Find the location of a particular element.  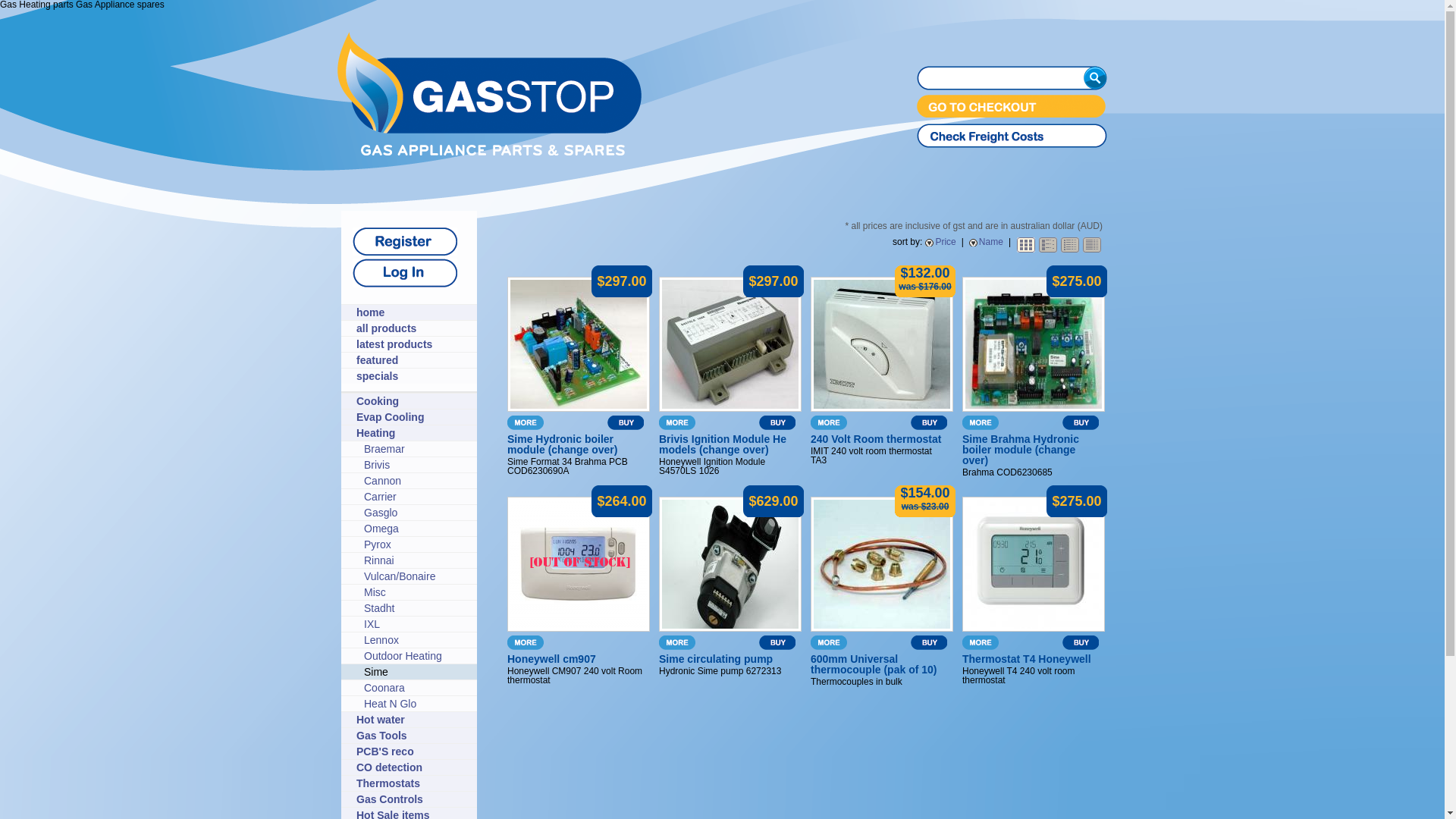

'all products' is located at coordinates (413, 327).